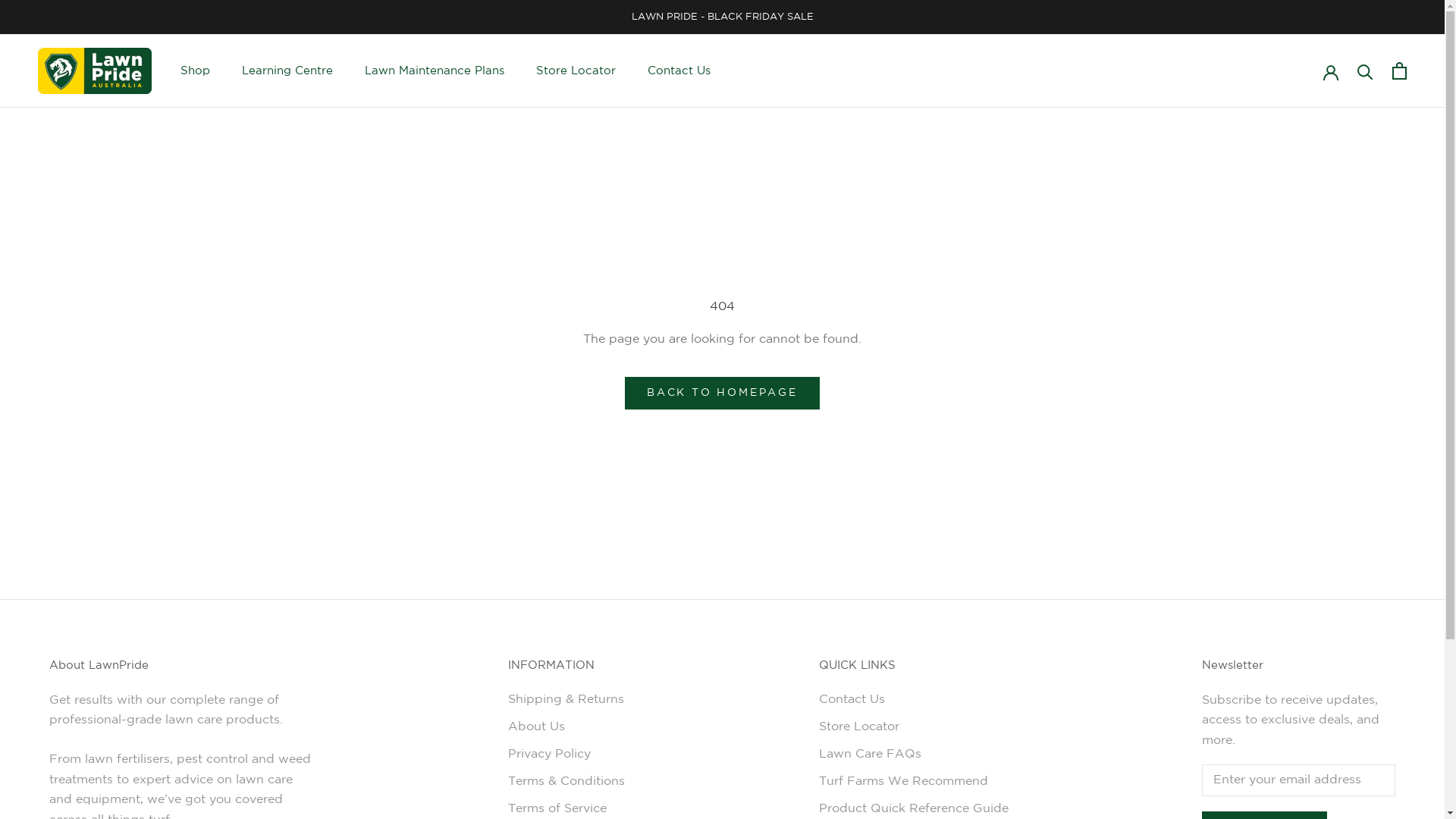 Image resolution: width=1456 pixels, height=819 pixels. I want to click on 'BACK TO HOMEPAGE', so click(721, 392).